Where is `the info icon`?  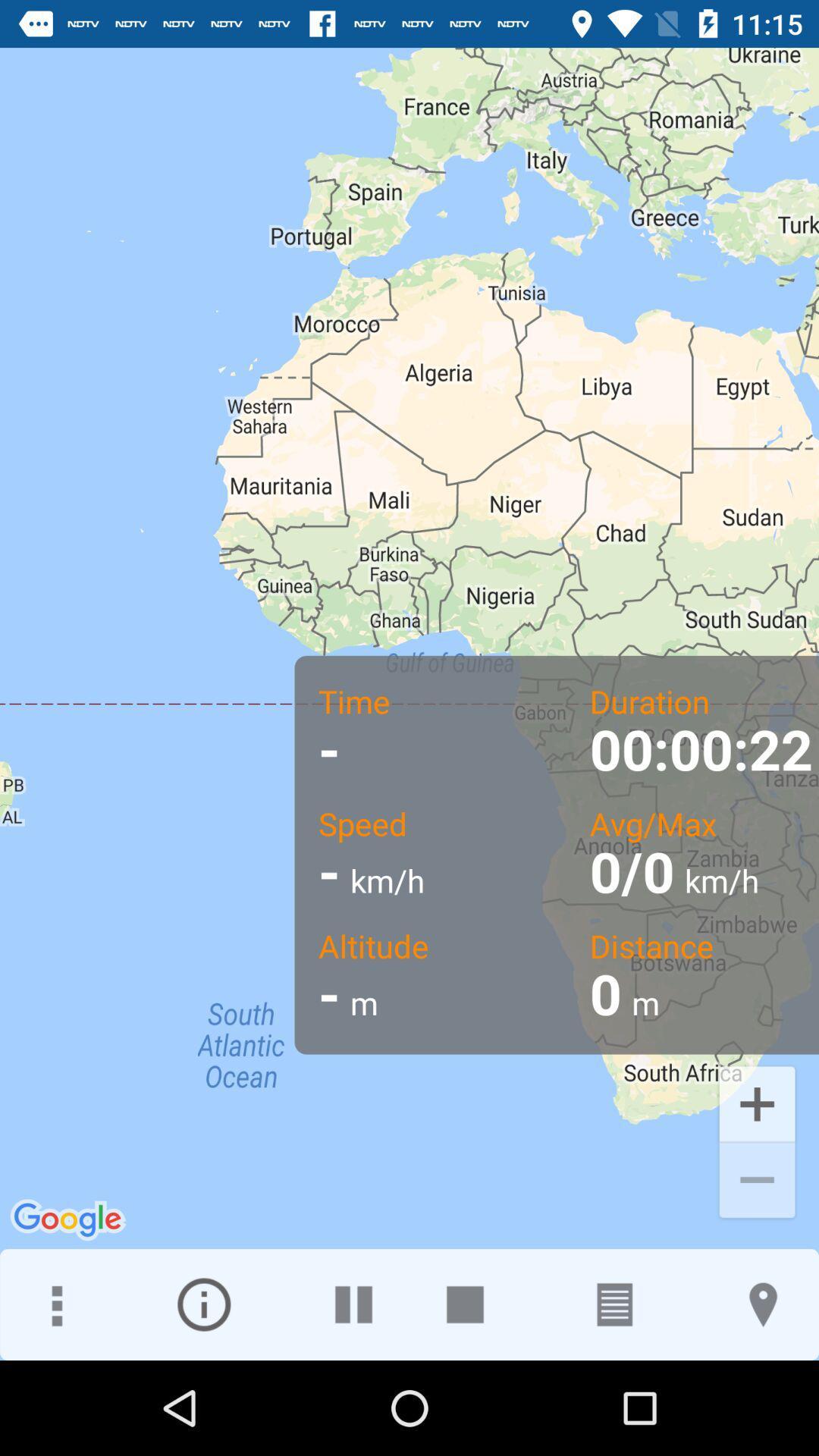 the info icon is located at coordinates (203, 1304).